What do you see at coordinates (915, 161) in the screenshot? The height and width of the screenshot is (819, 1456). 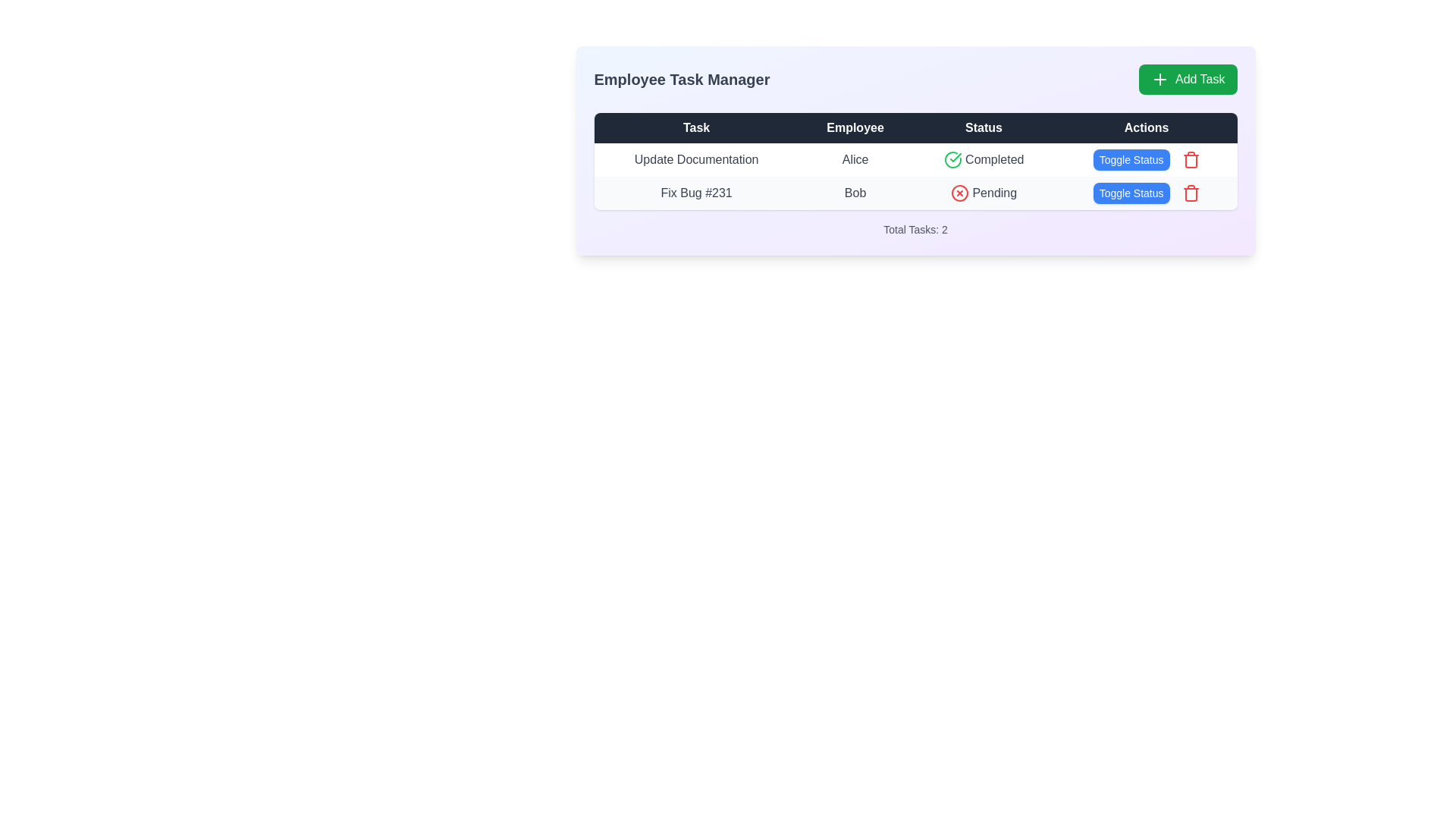 I see `a specific cell in the Data Table located beneath the 'Employee Task Manager' section for interaction` at bounding box center [915, 161].